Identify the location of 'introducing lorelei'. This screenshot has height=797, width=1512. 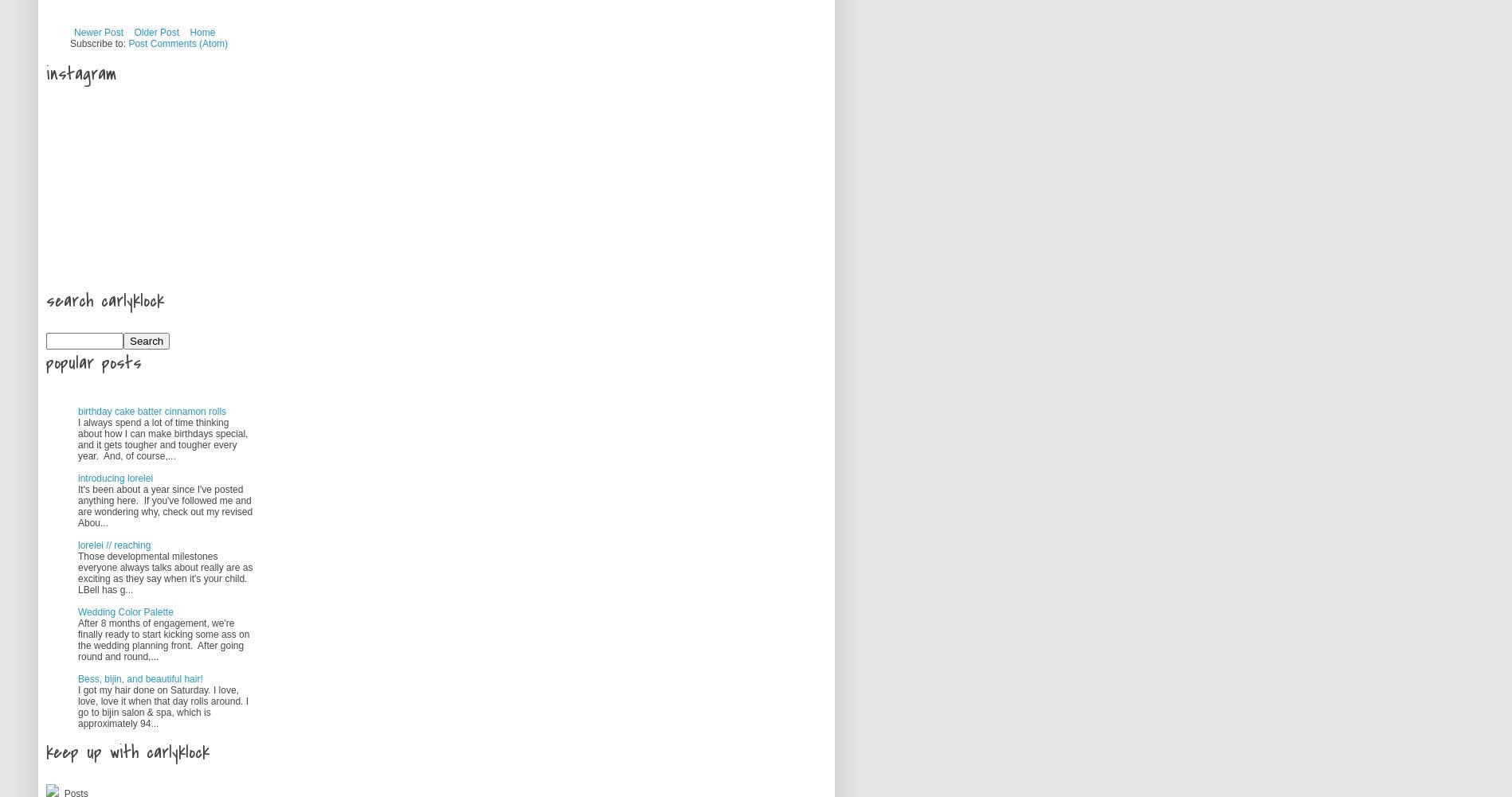
(116, 479).